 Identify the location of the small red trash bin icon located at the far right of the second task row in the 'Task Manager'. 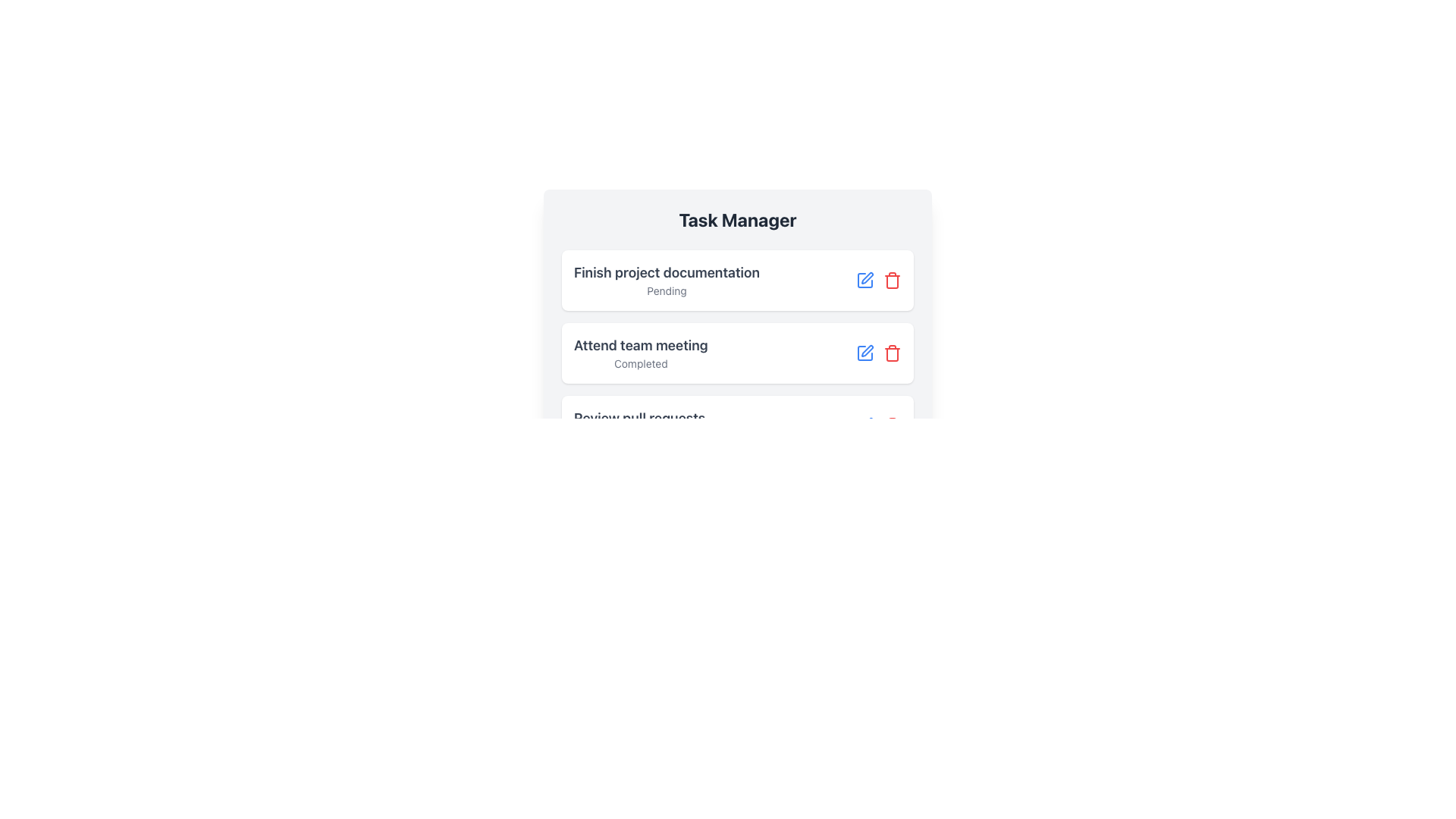
(892, 281).